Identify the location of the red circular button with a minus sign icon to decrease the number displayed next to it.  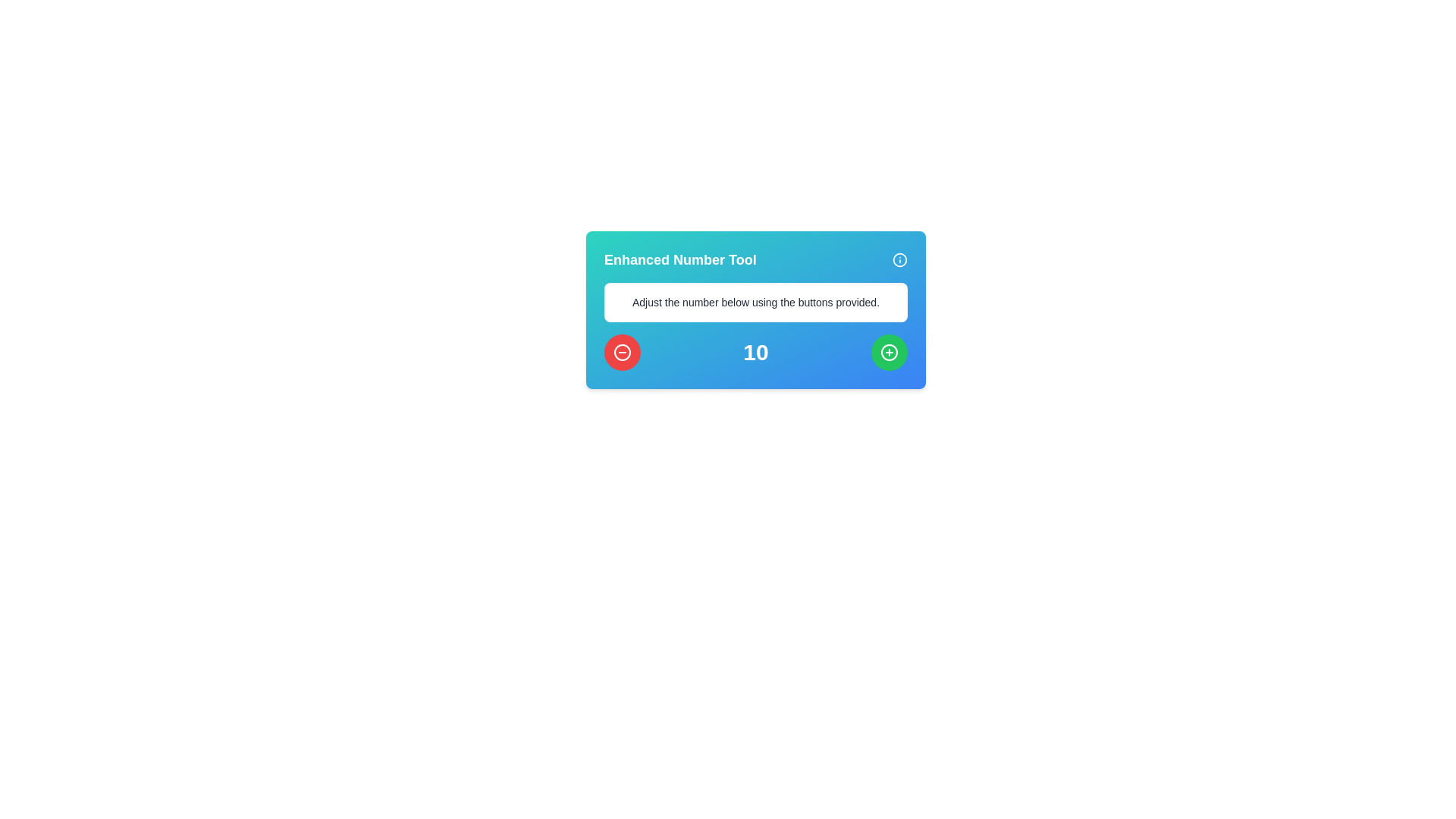
(622, 353).